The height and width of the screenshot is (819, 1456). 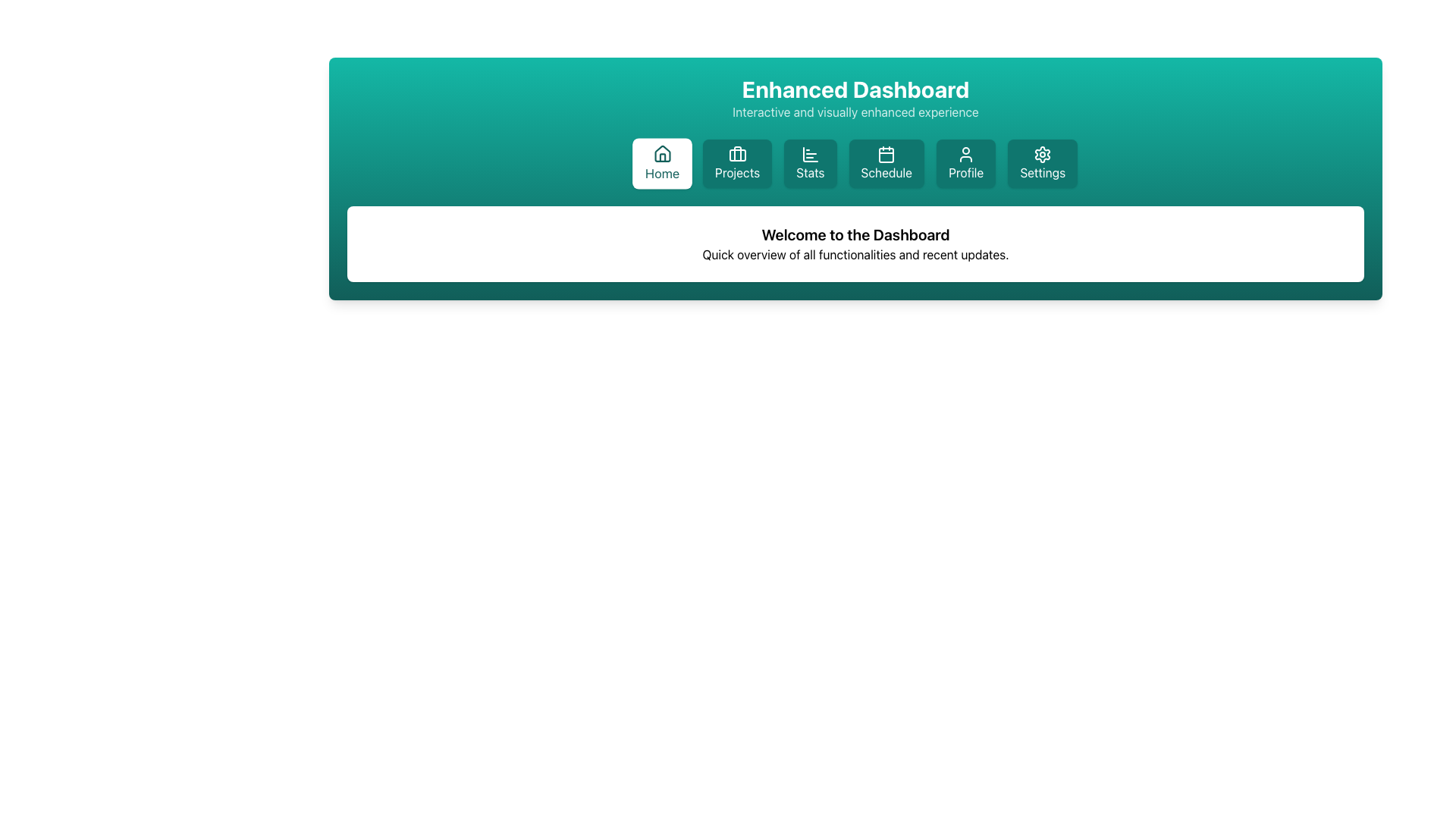 I want to click on text that provides a concise summary or description of the functionalities and updates the interface offers, located below the header 'Welcome to the Dashboard', so click(x=855, y=253).